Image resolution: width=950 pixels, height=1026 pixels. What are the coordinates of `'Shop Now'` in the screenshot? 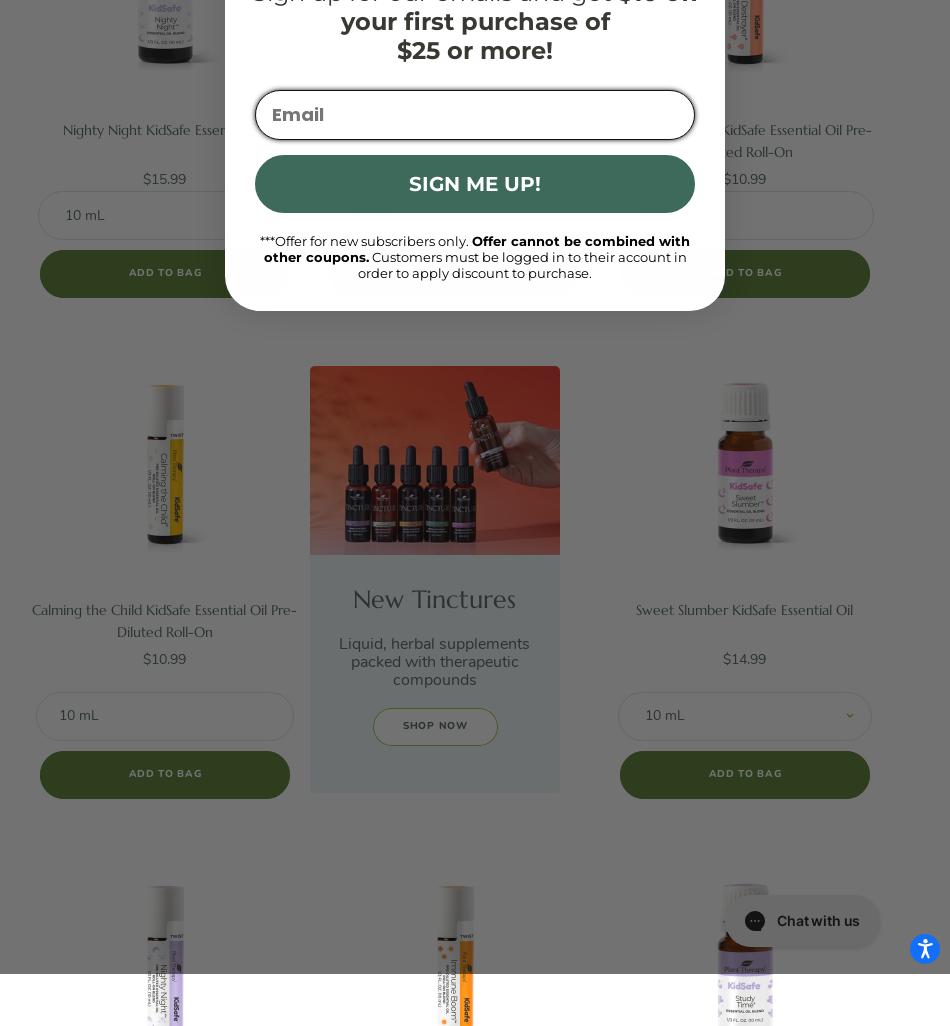 It's located at (401, 725).